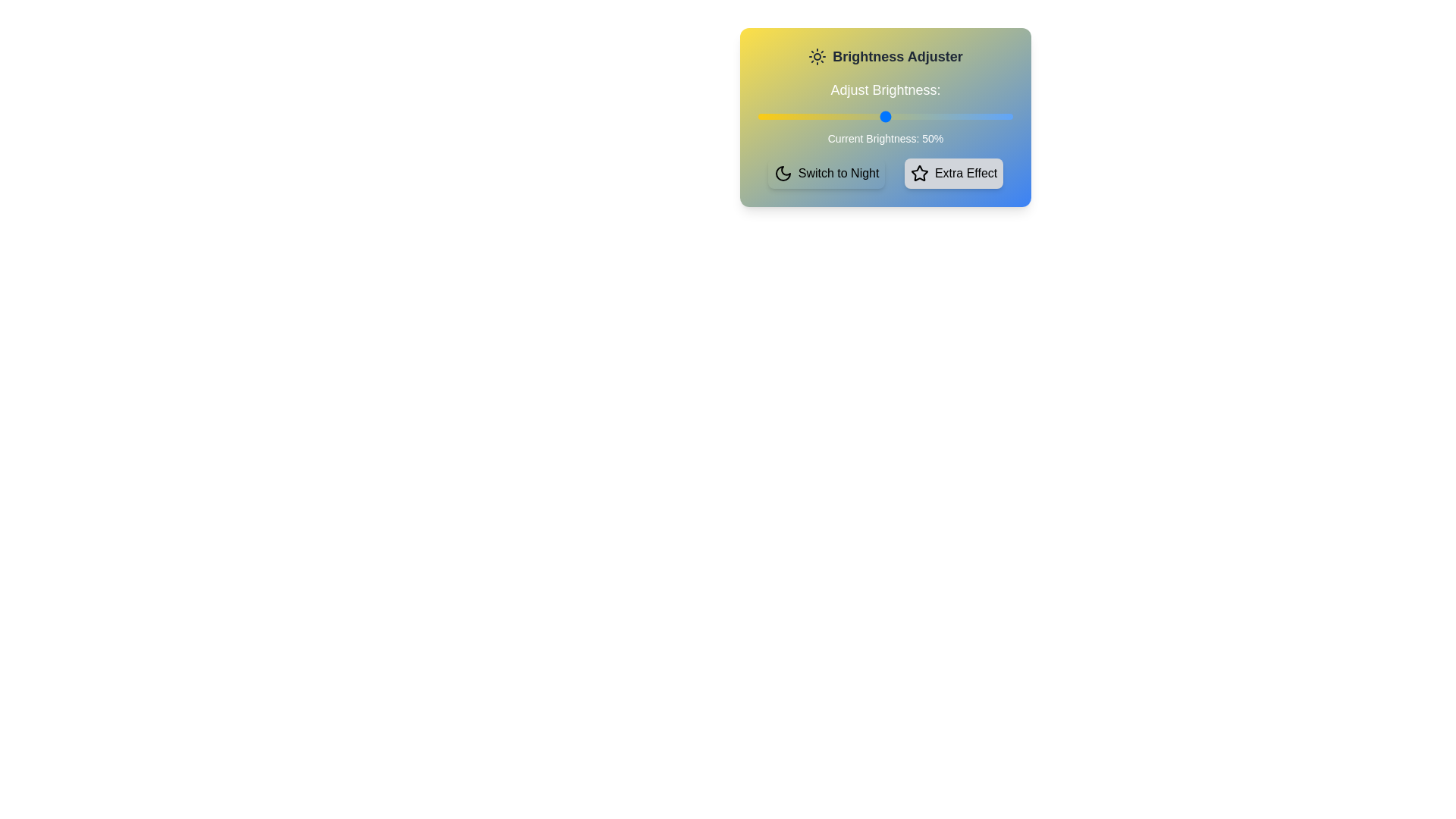  What do you see at coordinates (825, 172) in the screenshot?
I see `the 'Switch to Night' button to toggle the theme` at bounding box center [825, 172].